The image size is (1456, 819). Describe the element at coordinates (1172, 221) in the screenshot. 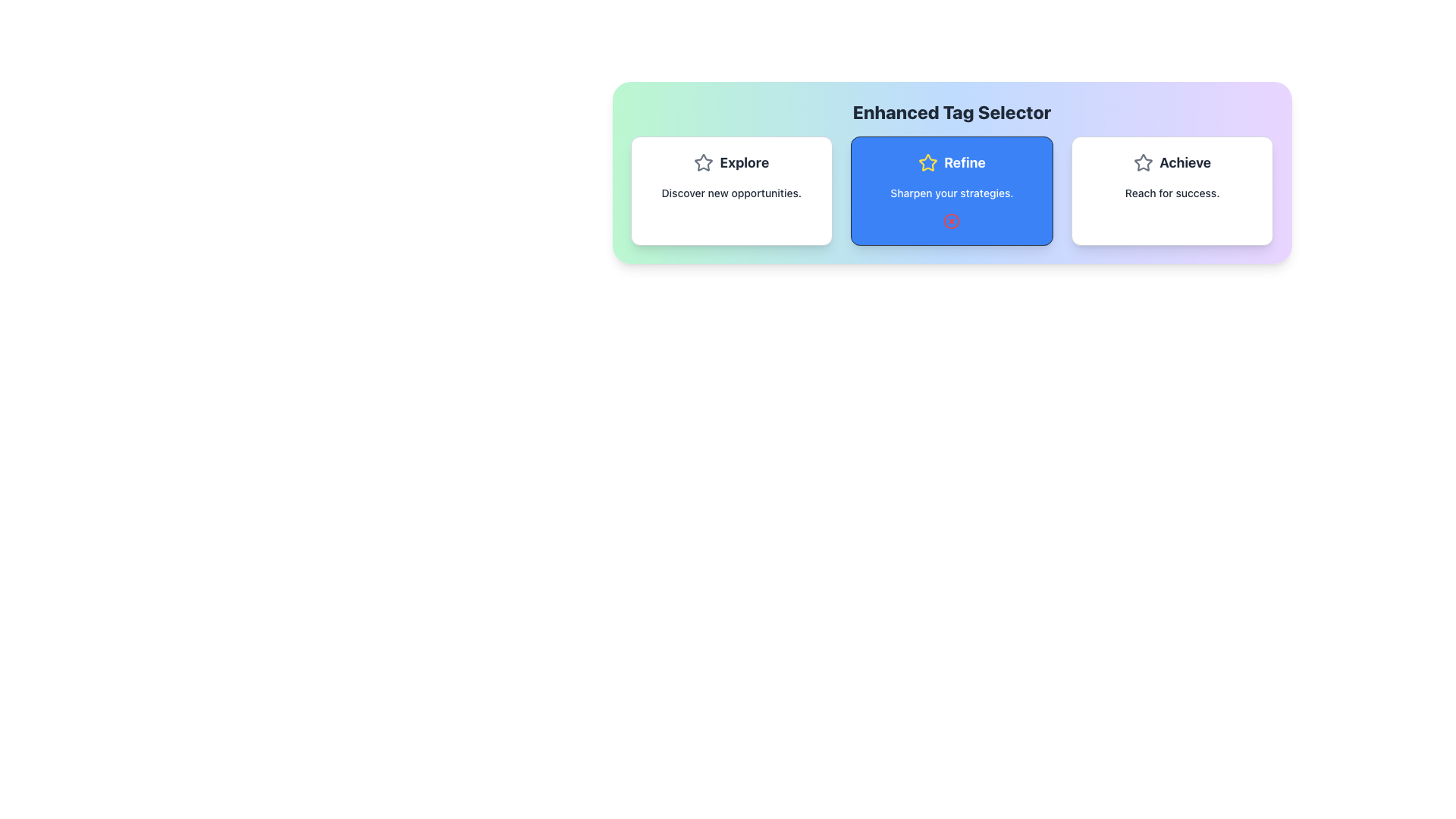

I see `properties of the Circle shape SVG element located in the rightmost card of the 'Achieve' group under the 'Enhanced Tag Selector'` at that location.